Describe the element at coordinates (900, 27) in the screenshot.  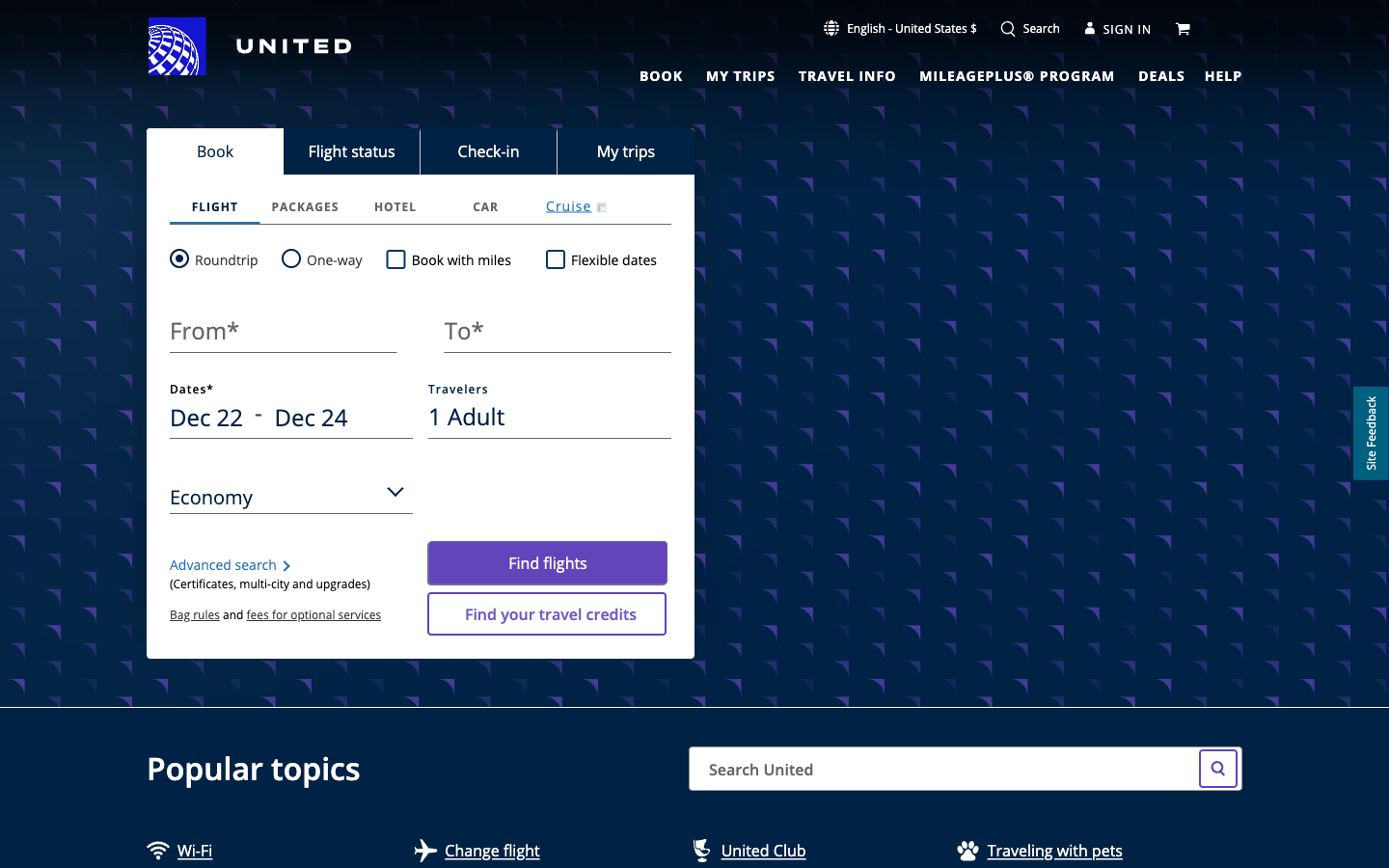
I see `Switch the language` at that location.